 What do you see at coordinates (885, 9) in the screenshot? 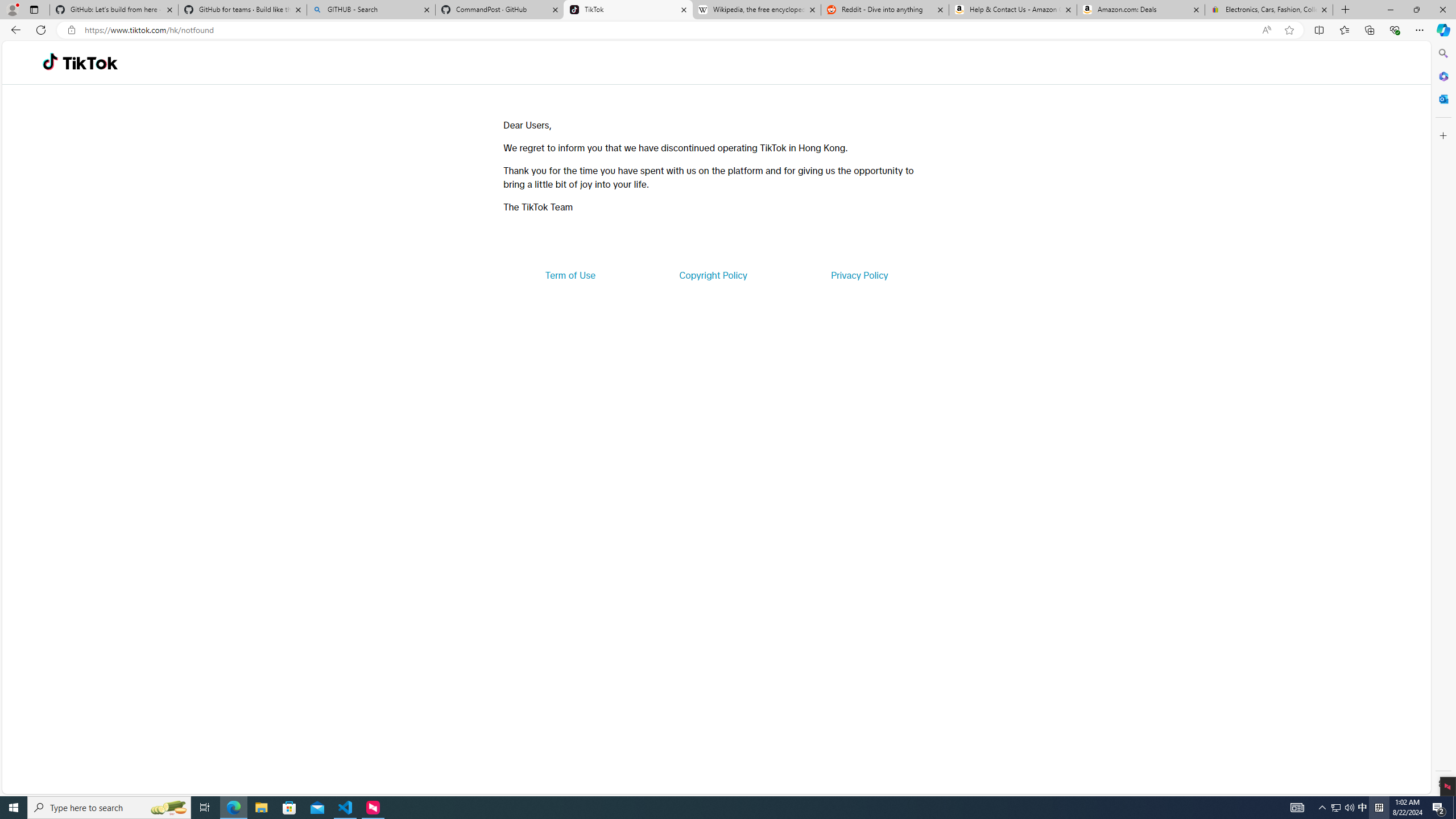
I see `'Reddit - Dive into anything'` at bounding box center [885, 9].